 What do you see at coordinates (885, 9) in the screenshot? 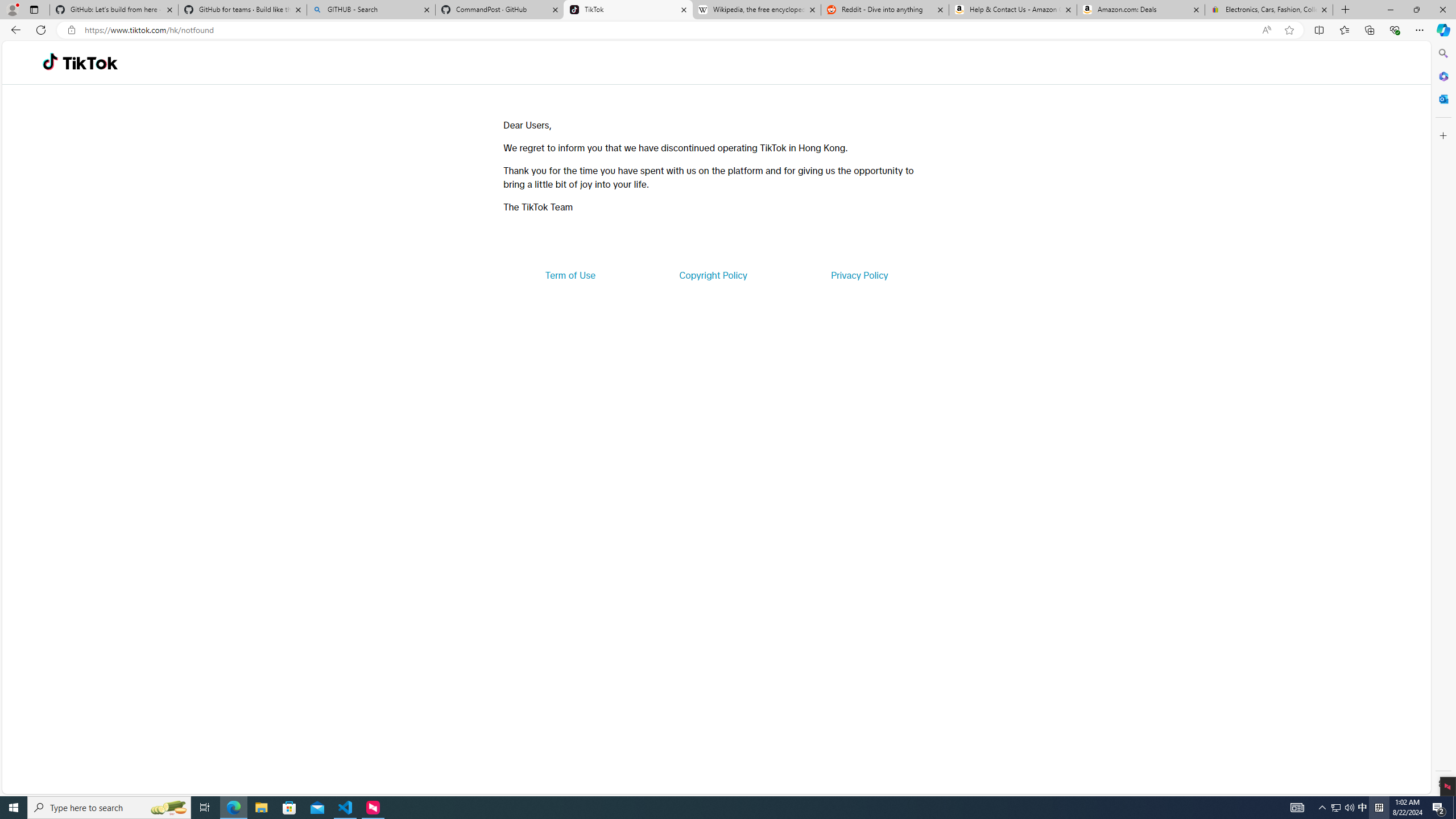
I see `'Reddit - Dive into anything'` at bounding box center [885, 9].